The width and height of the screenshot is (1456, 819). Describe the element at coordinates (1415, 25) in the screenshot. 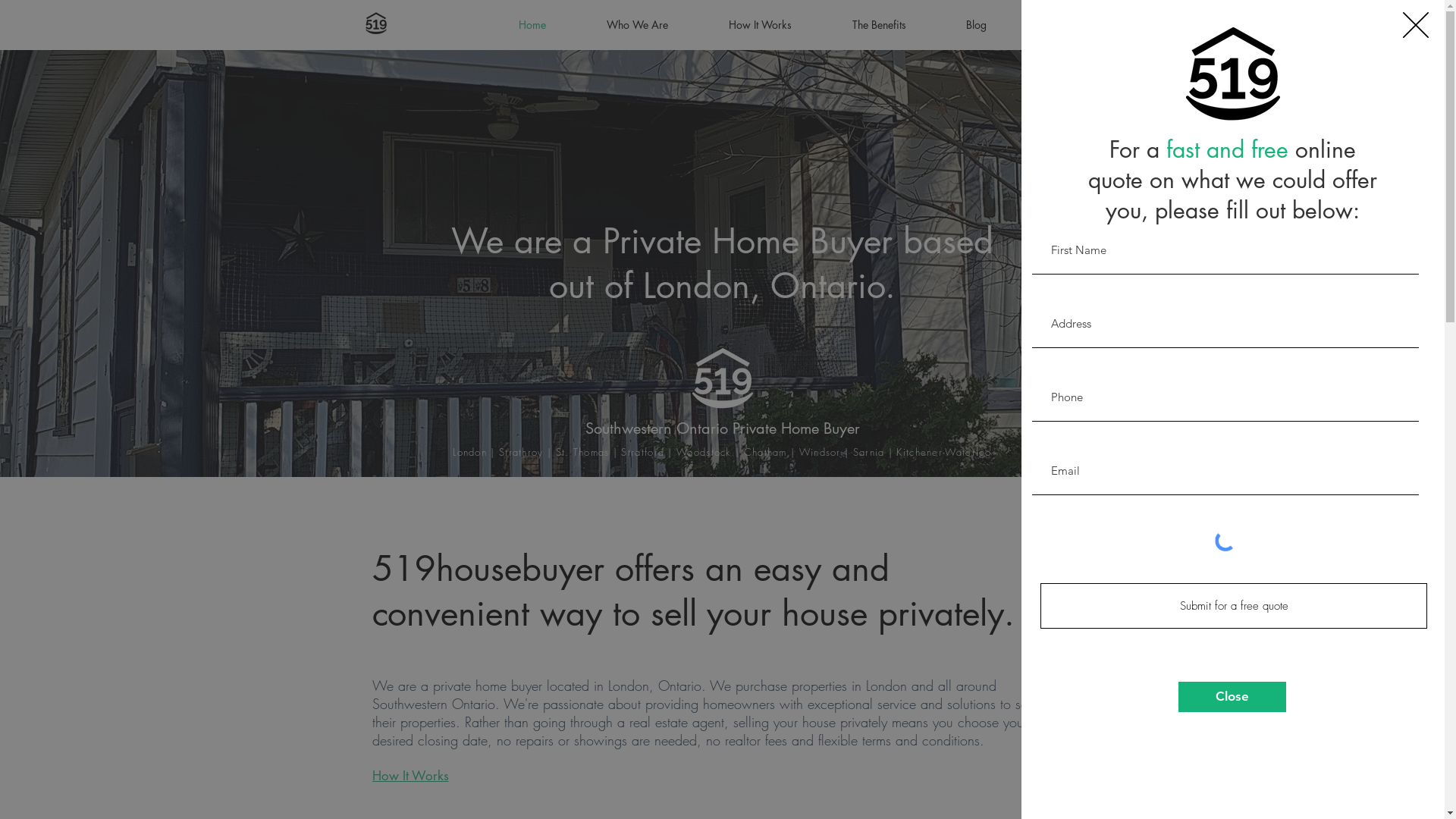

I see `'Back to site'` at that location.